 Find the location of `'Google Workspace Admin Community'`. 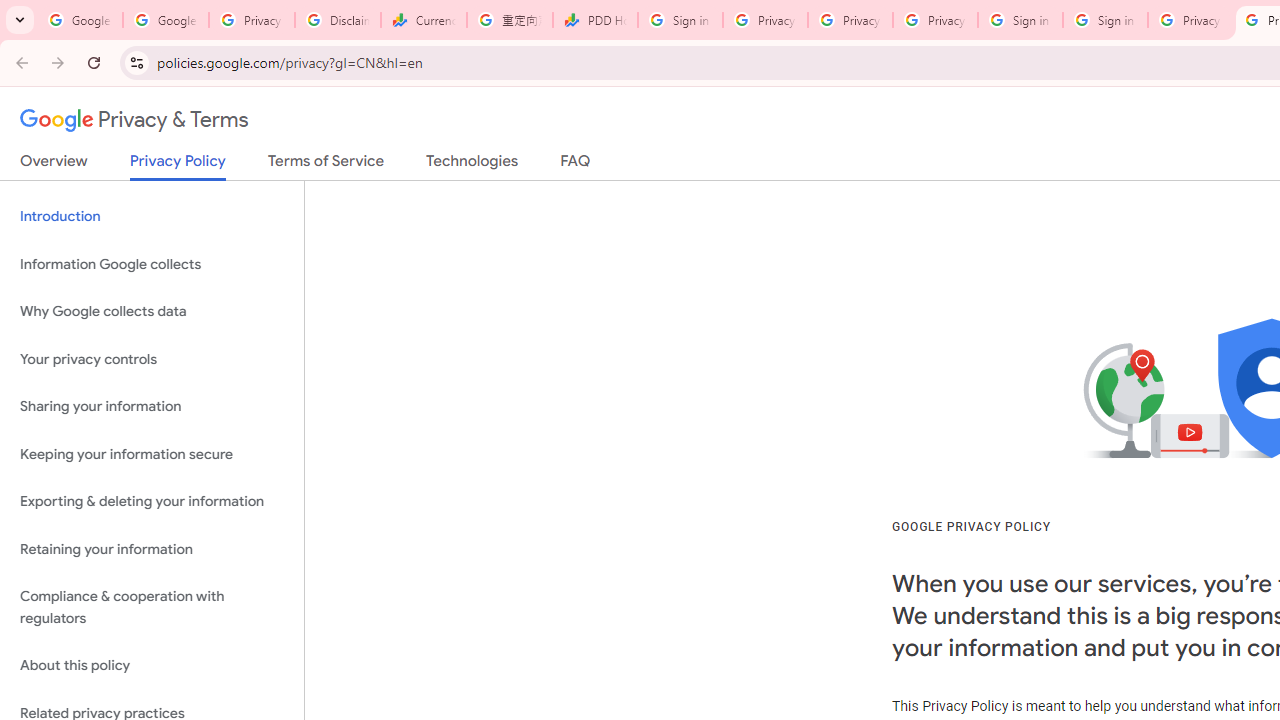

'Google Workspace Admin Community' is located at coordinates (80, 20).